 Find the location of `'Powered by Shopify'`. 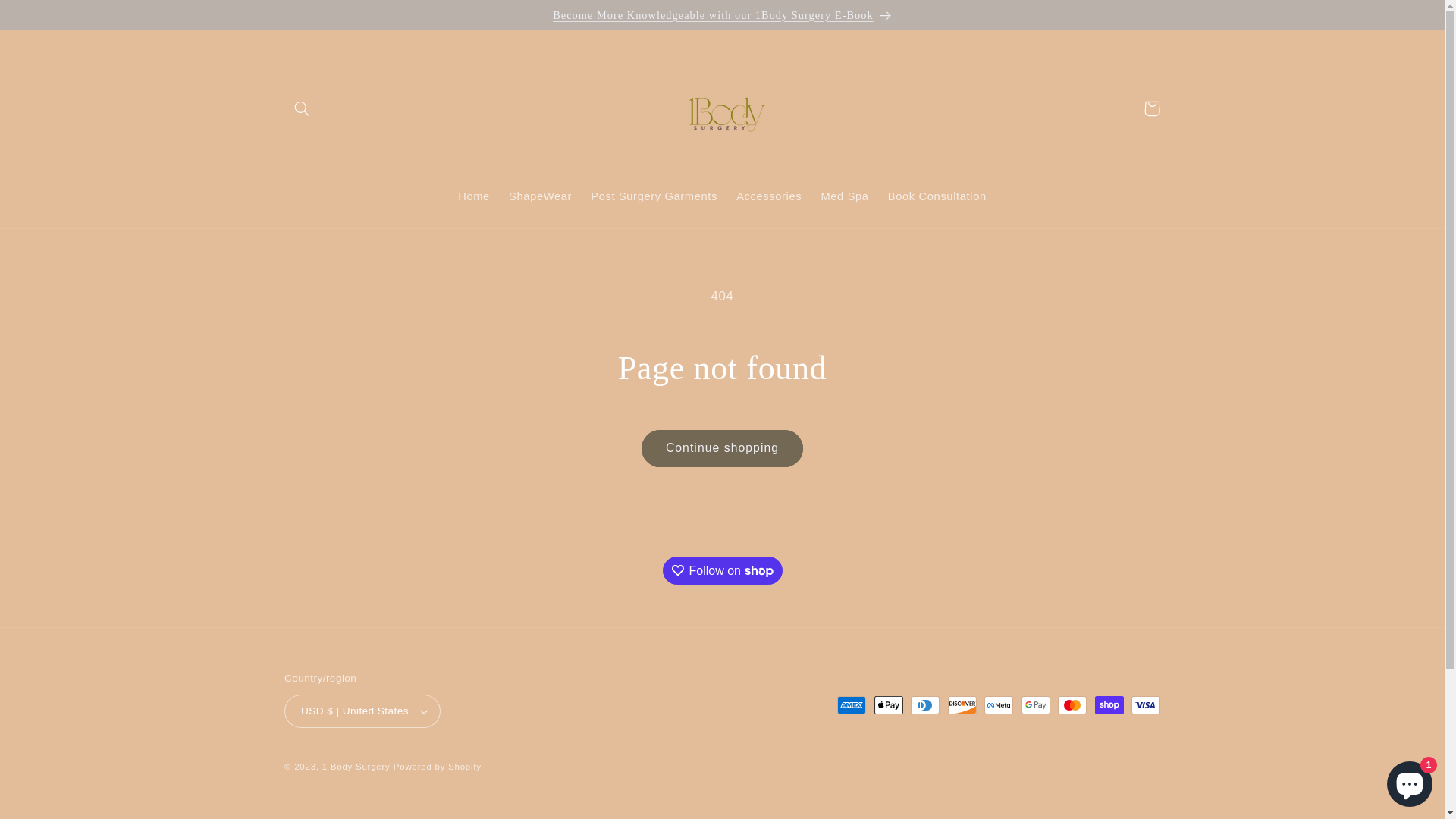

'Powered by Shopify' is located at coordinates (436, 766).